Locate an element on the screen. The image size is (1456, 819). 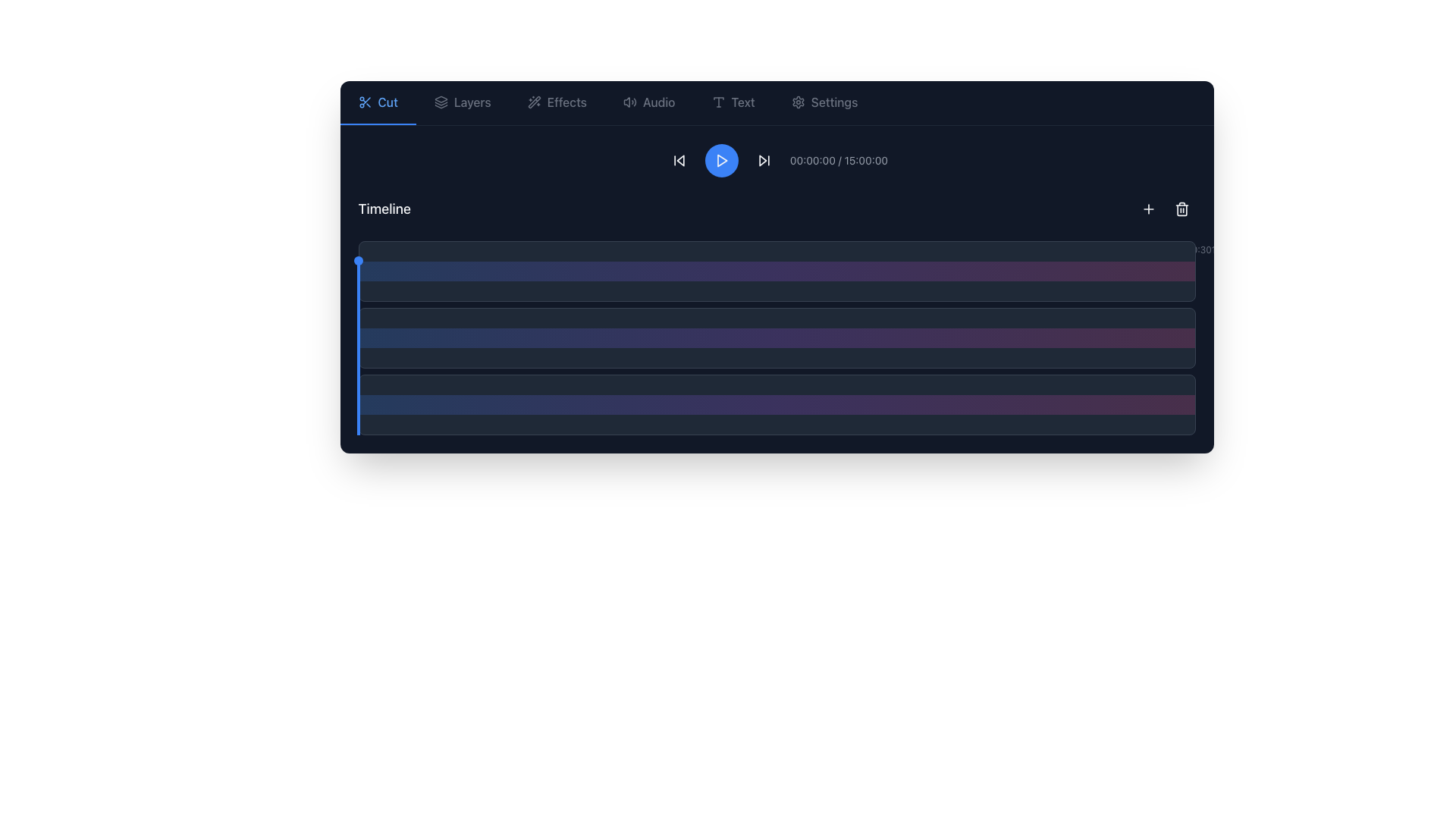
the prominent middle Gradient bar in the timeline interface is located at coordinates (777, 337).